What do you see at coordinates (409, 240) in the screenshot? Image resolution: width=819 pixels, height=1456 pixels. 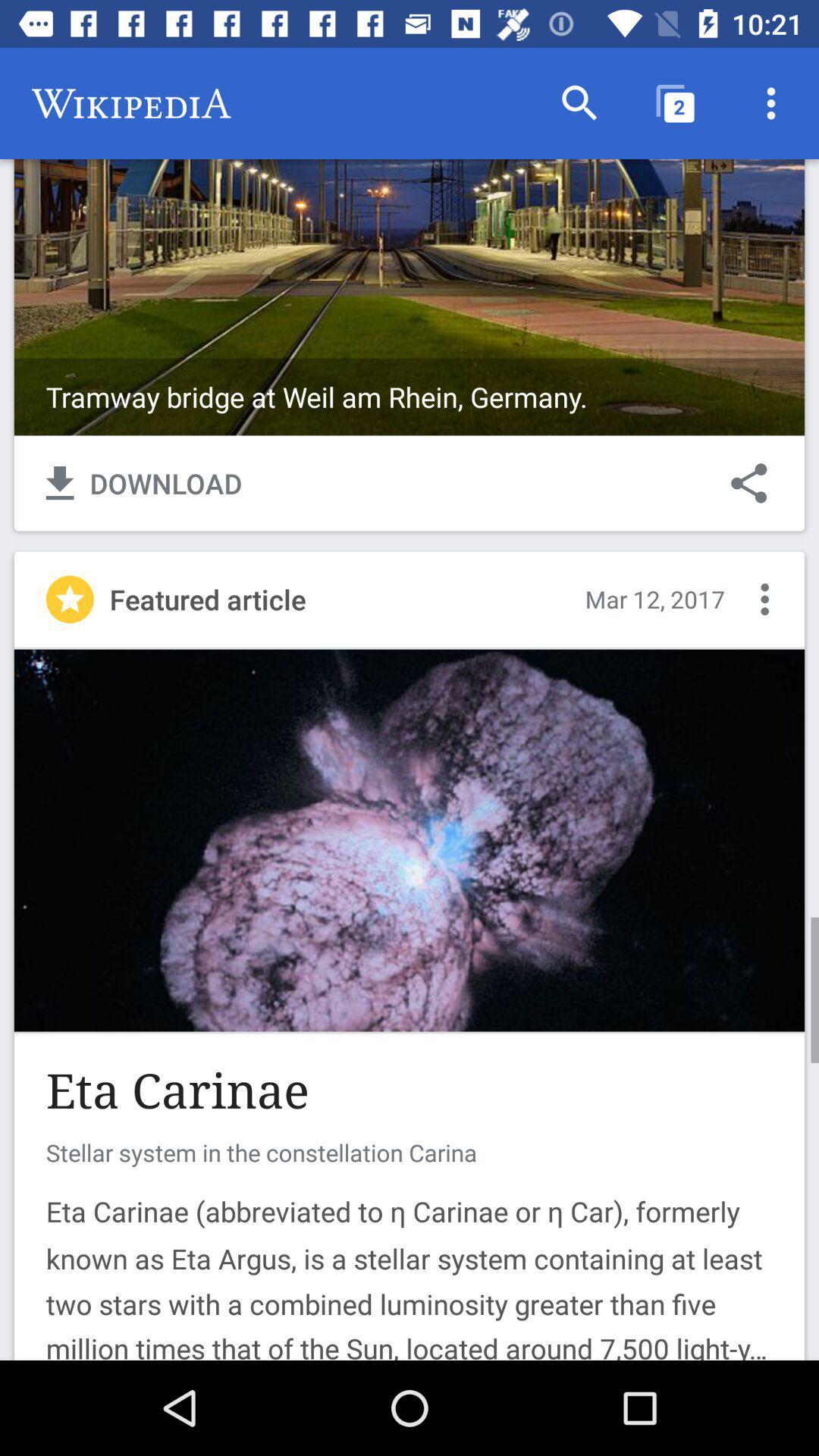 I see `cover page background` at bounding box center [409, 240].